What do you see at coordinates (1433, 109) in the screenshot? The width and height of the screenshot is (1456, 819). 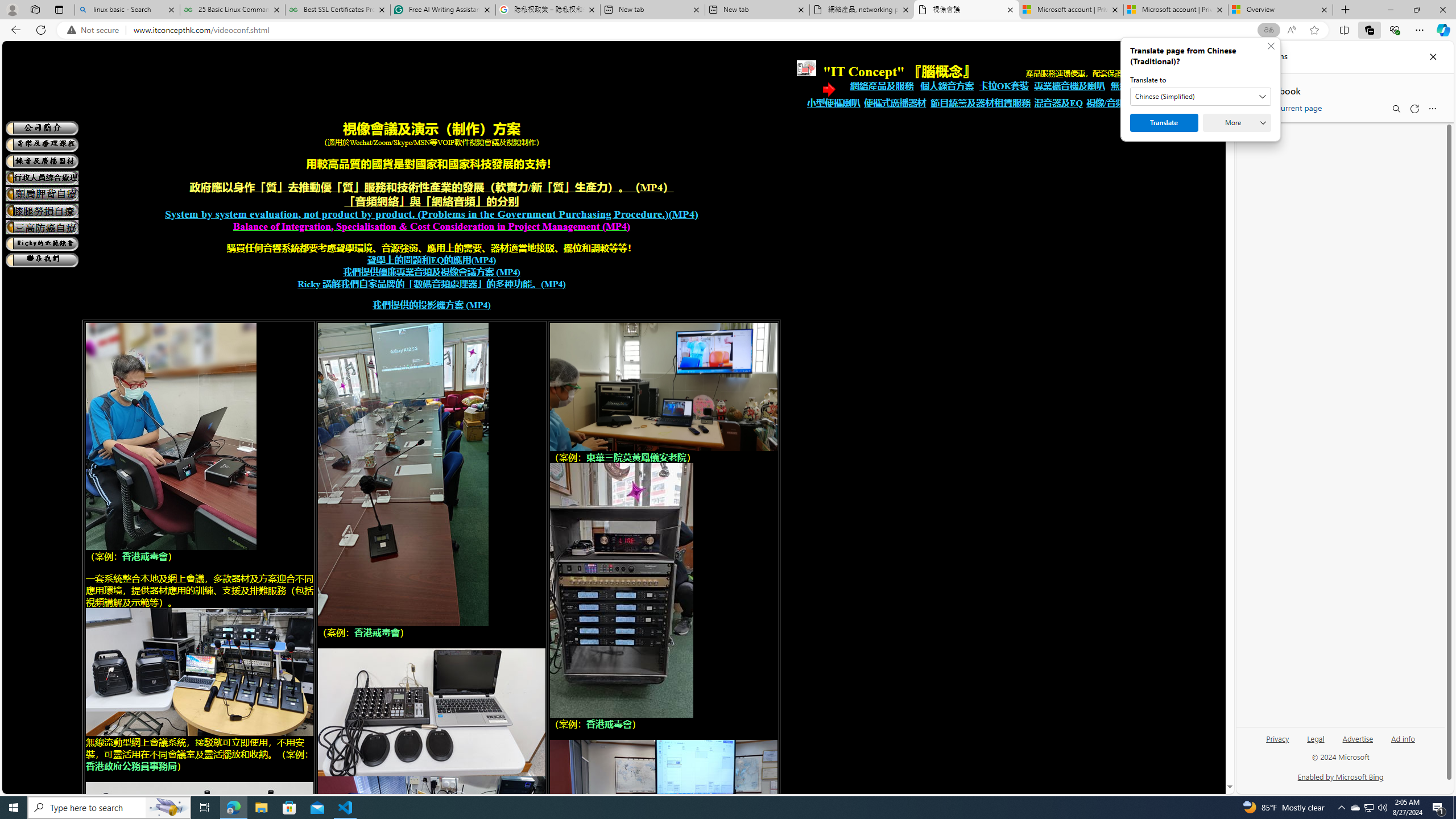 I see `'More options menu'` at bounding box center [1433, 109].